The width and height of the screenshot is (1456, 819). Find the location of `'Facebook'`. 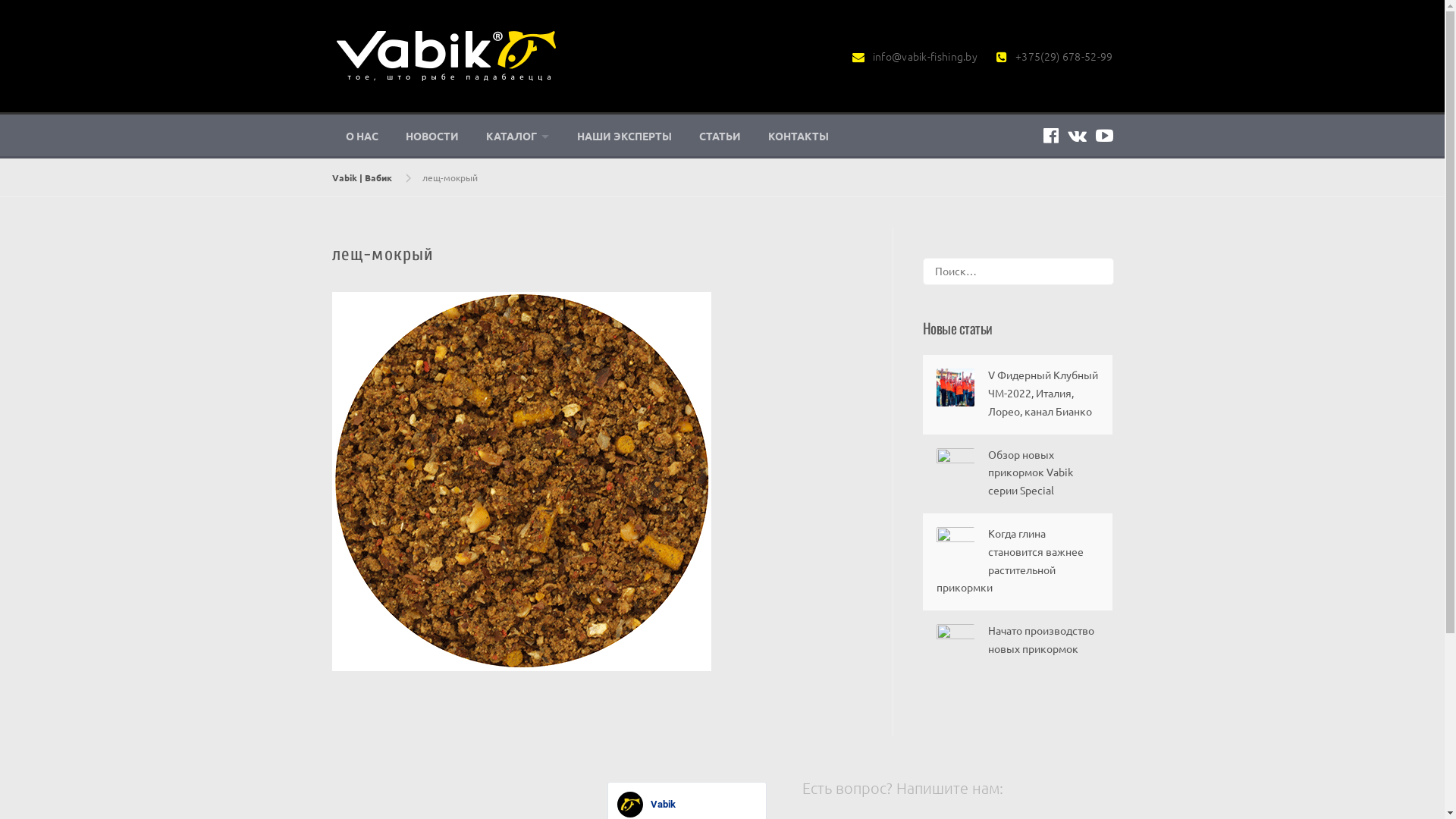

'Facebook' is located at coordinates (1050, 133).